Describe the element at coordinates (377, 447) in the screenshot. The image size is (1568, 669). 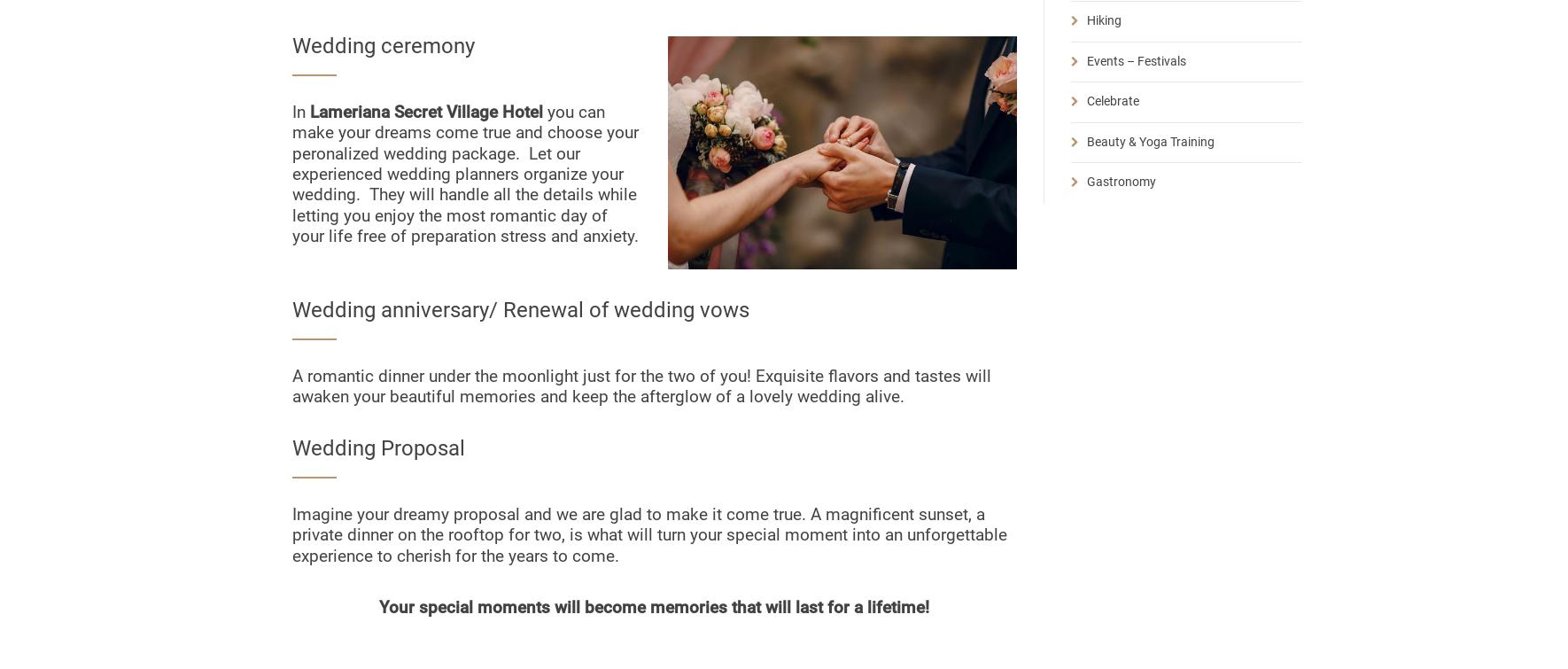
I see `'Wedding Proposal'` at that location.